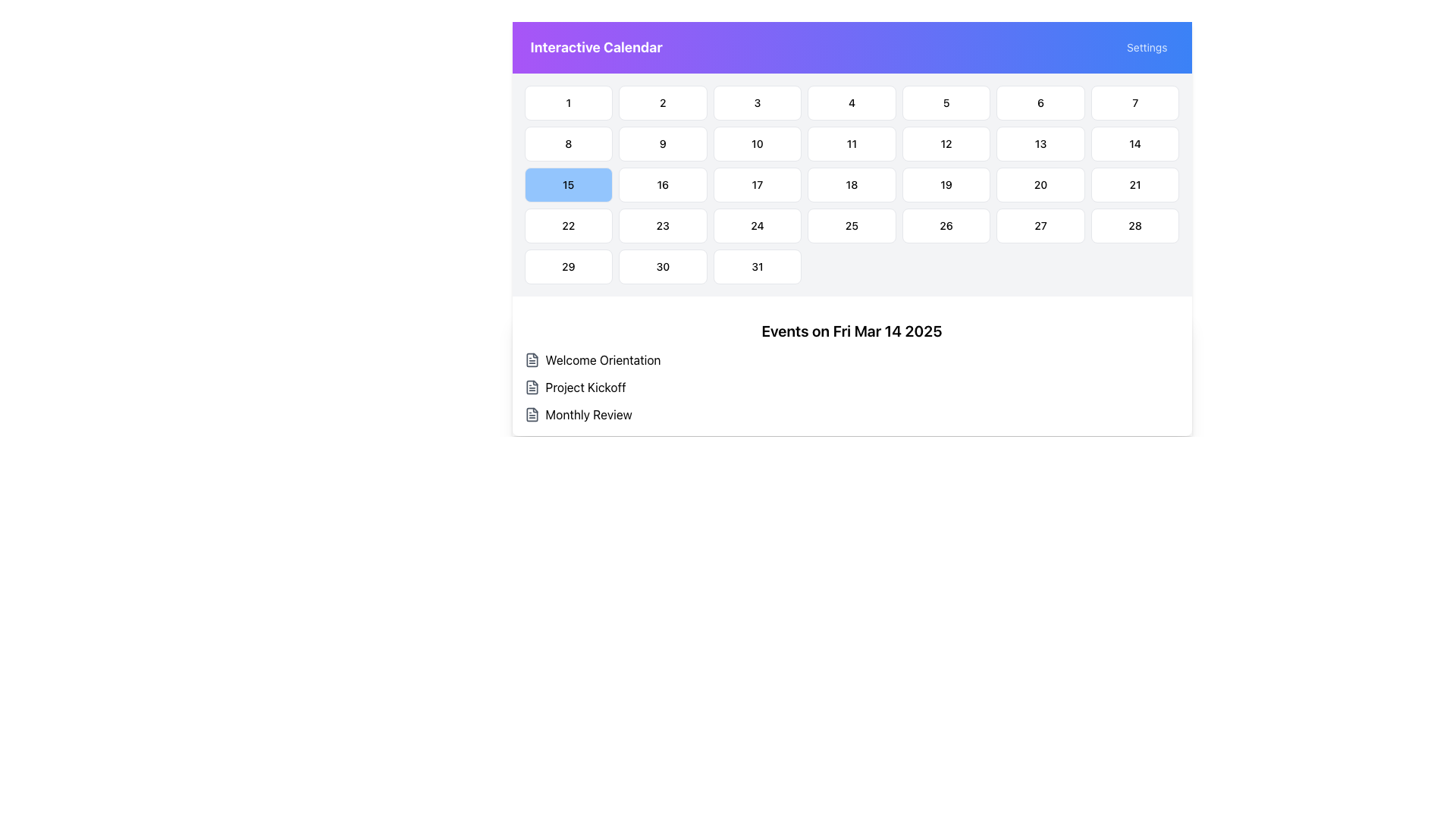 The height and width of the screenshot is (819, 1456). I want to click on the text label indicating a specific date in the first row and third column of the calendar interface, so click(757, 102).